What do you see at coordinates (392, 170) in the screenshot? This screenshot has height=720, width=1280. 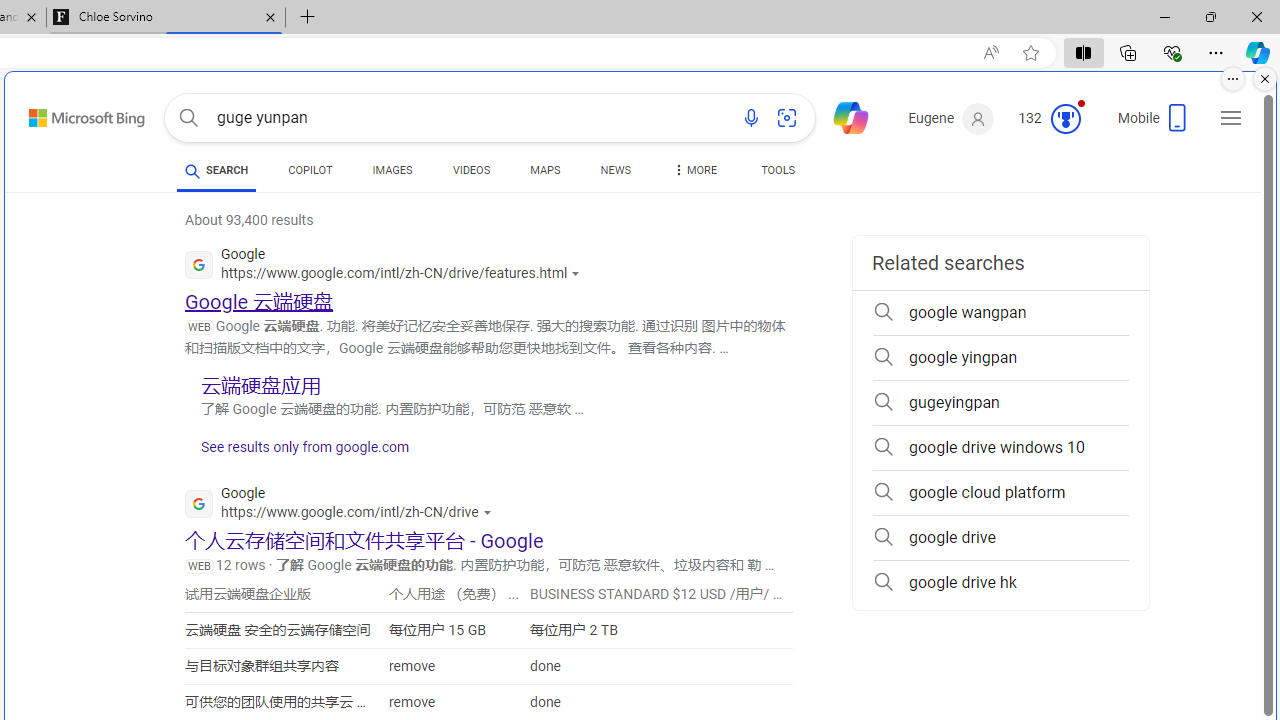 I see `'IMAGES'` at bounding box center [392, 170].